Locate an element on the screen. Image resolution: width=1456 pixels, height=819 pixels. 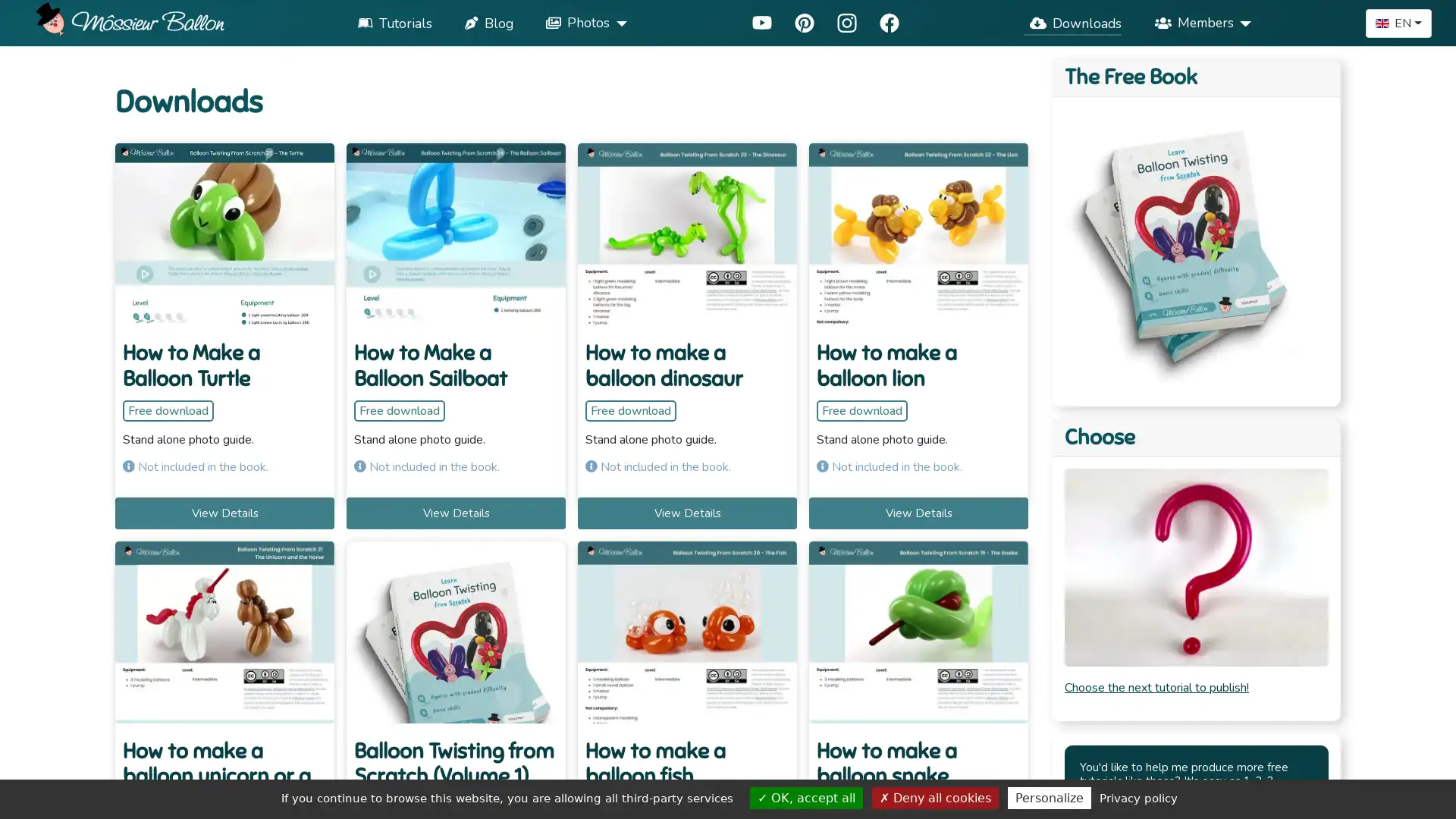
View Details is located at coordinates (686, 512).